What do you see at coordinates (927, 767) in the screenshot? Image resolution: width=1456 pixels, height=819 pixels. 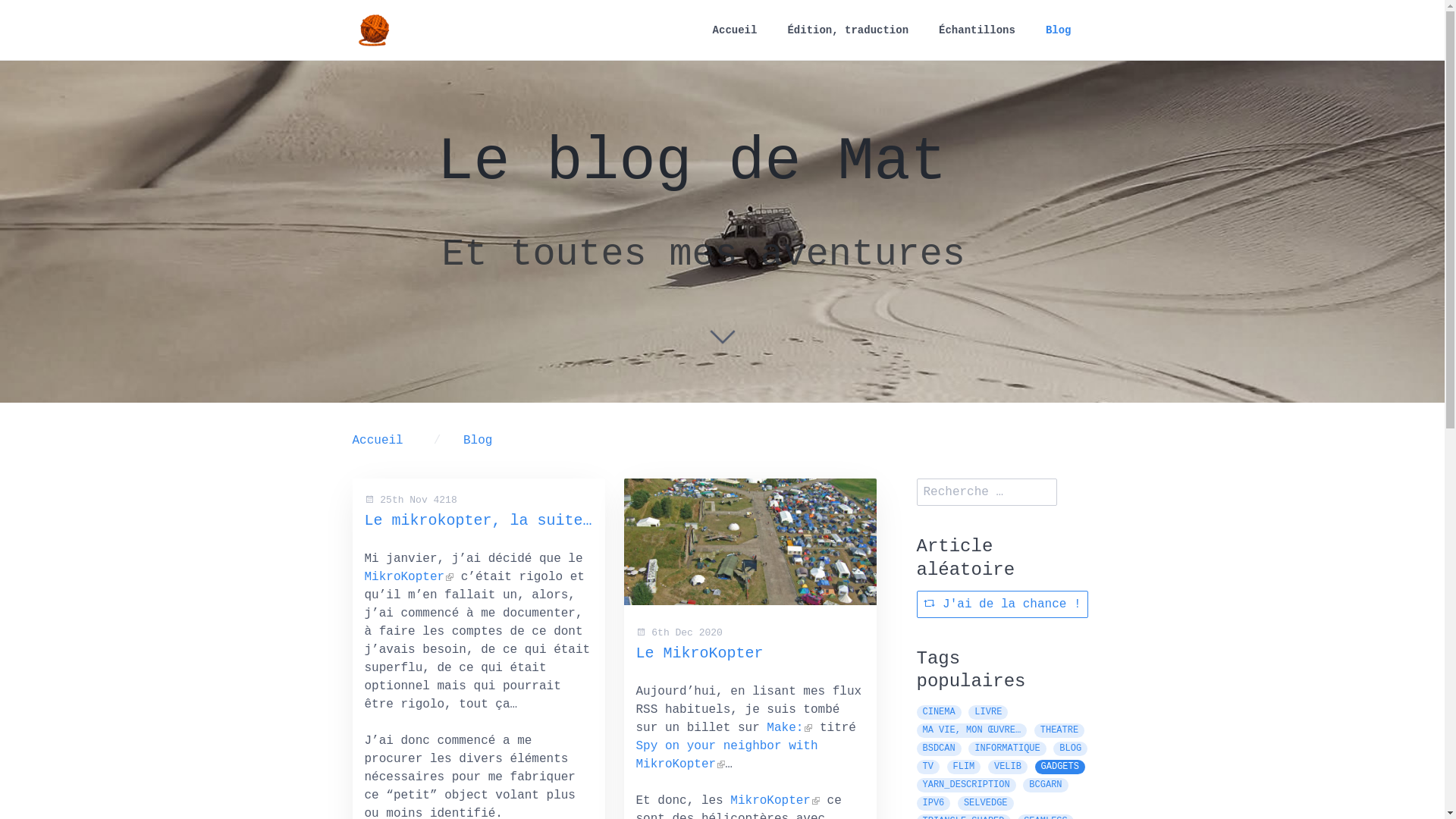 I see `'TV'` at bounding box center [927, 767].